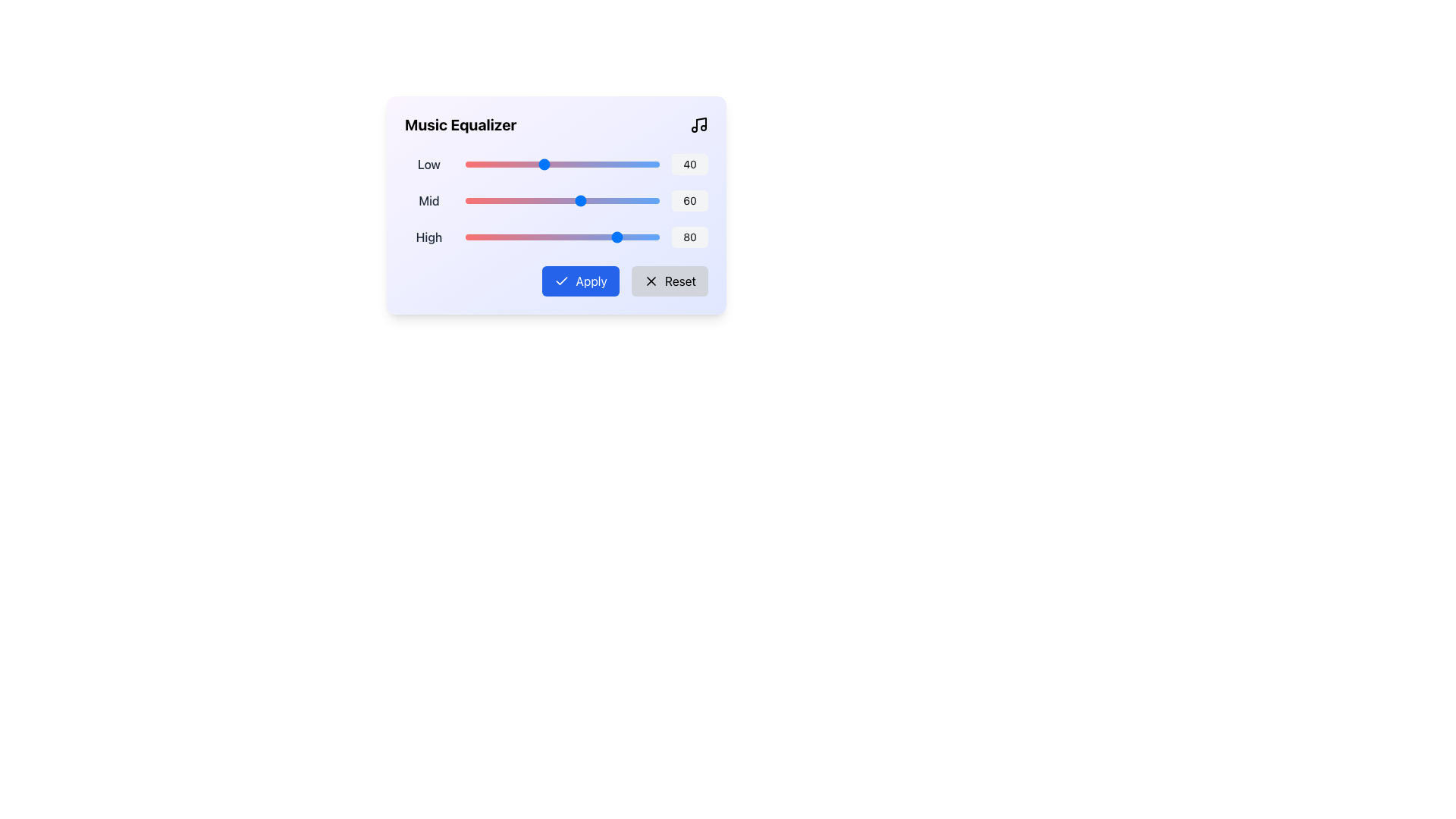  Describe the element at coordinates (669, 281) in the screenshot. I see `the 'Reset' button with a light gray background and an 'X' icon to reset settings` at that location.